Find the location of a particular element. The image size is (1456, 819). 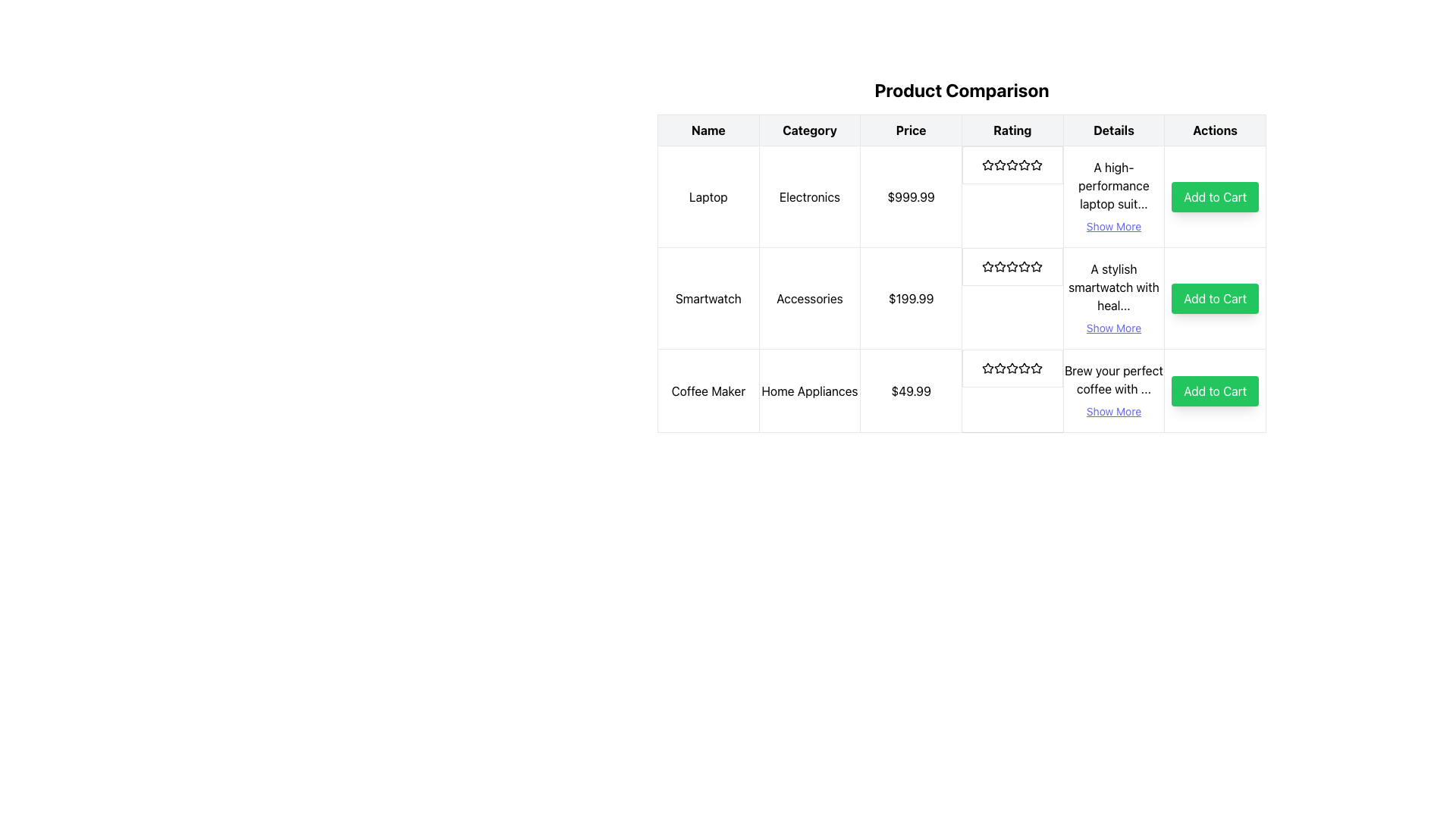

the third star-shaped icon in the rating column of the 'Smartwatch' product row to rate the product is located at coordinates (1036, 265).